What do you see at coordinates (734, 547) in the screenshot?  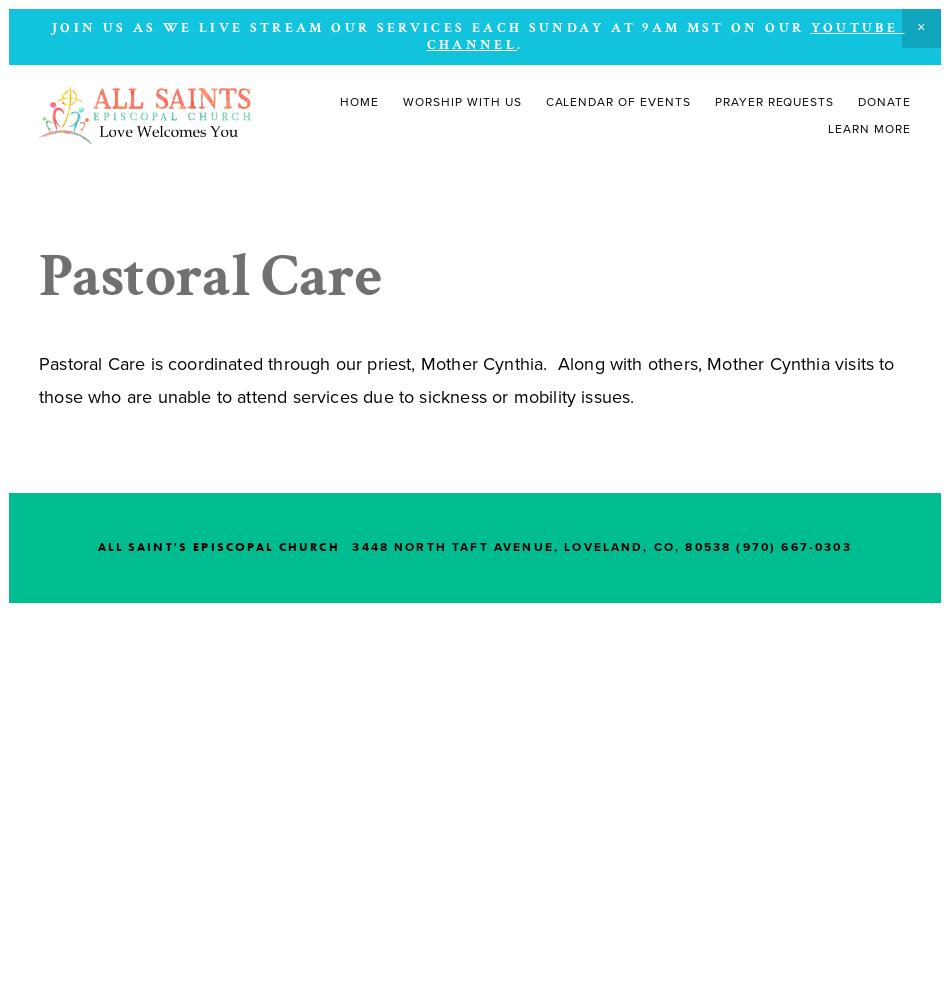 I see `'(970) 667-0303'` at bounding box center [734, 547].